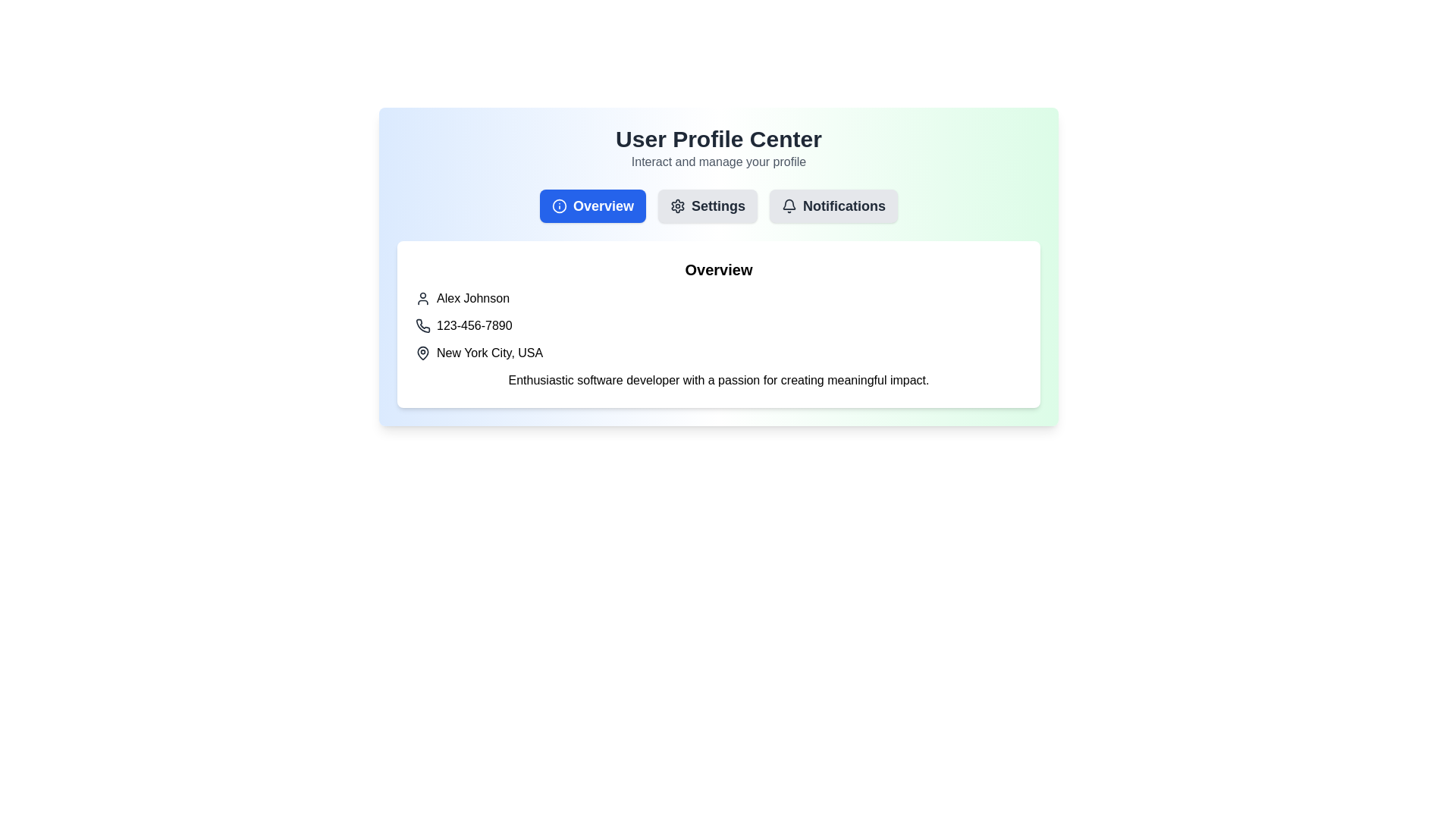 Image resolution: width=1456 pixels, height=819 pixels. What do you see at coordinates (843, 206) in the screenshot?
I see `the 'Notifications' button, which is the rightmost element in the horizontal navigation menu, indicating a navigational option for notifications` at bounding box center [843, 206].